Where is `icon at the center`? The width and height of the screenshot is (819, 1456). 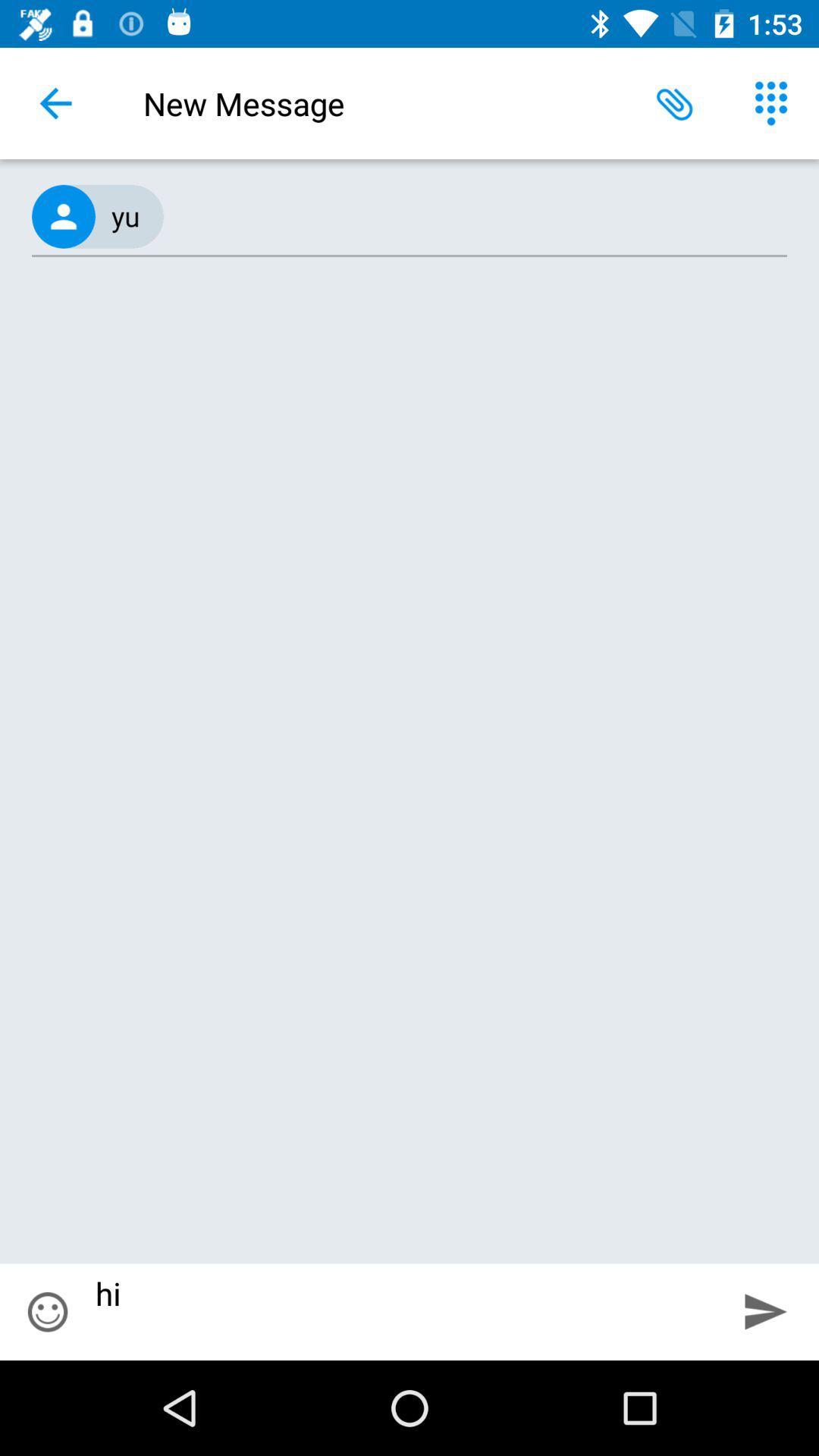 icon at the center is located at coordinates (409, 770).